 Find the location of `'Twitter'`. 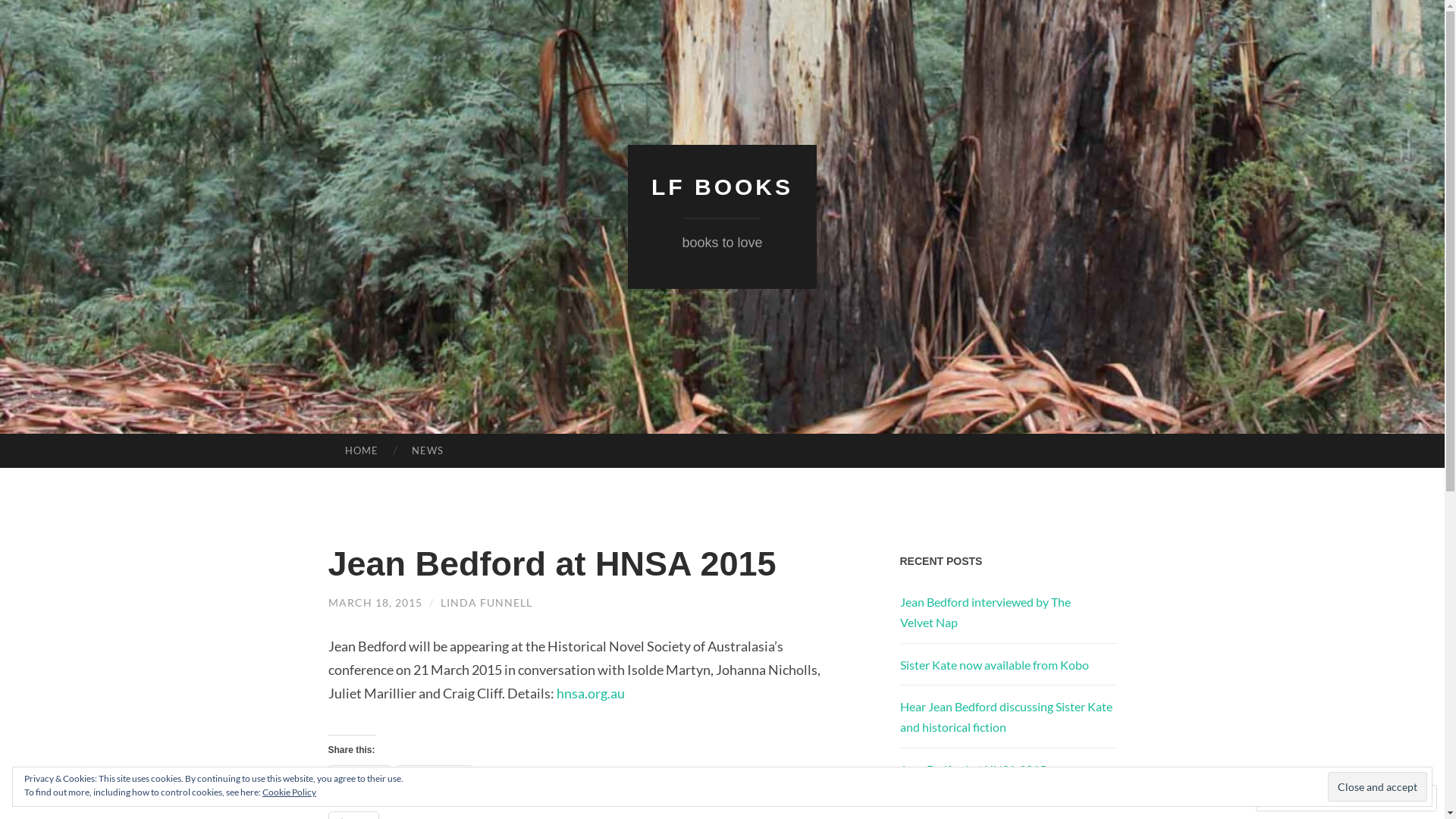

'Twitter' is located at coordinates (358, 777).